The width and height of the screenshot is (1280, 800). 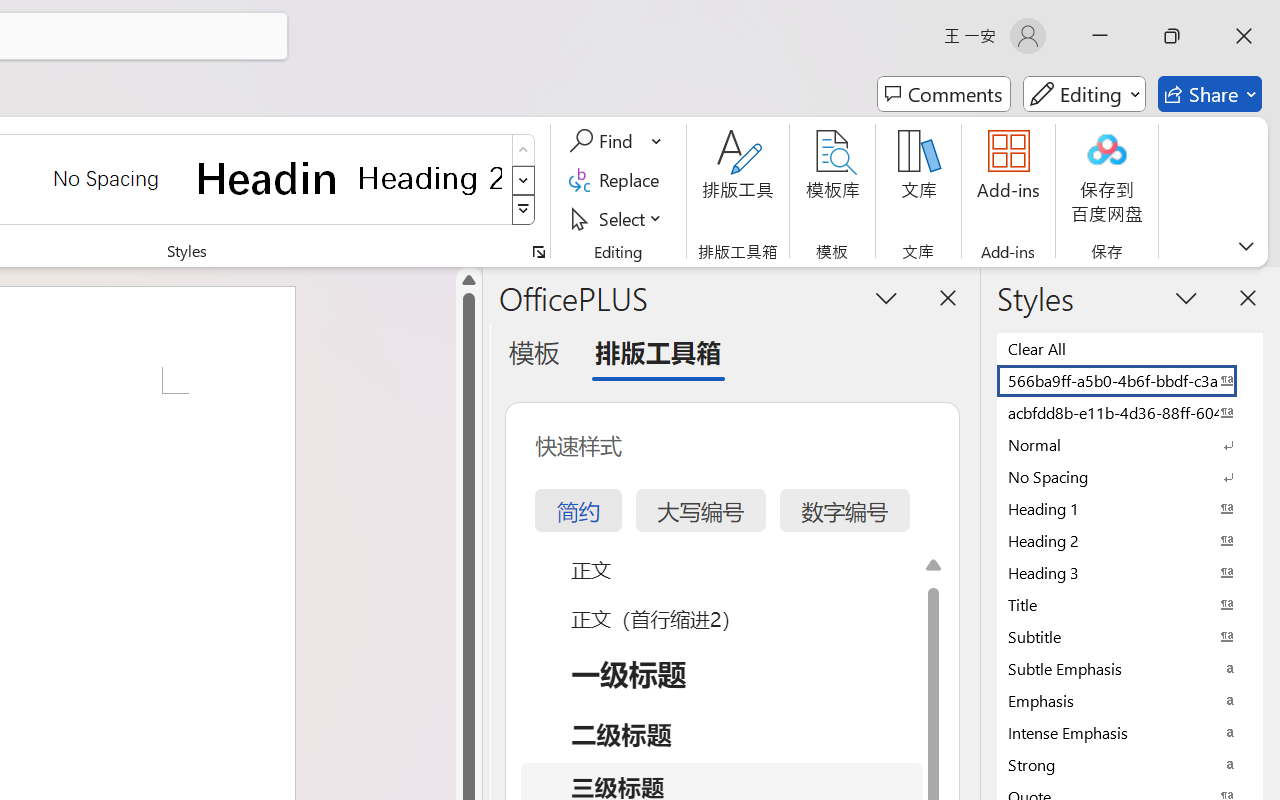 I want to click on 'Close', so click(x=1243, y=35).